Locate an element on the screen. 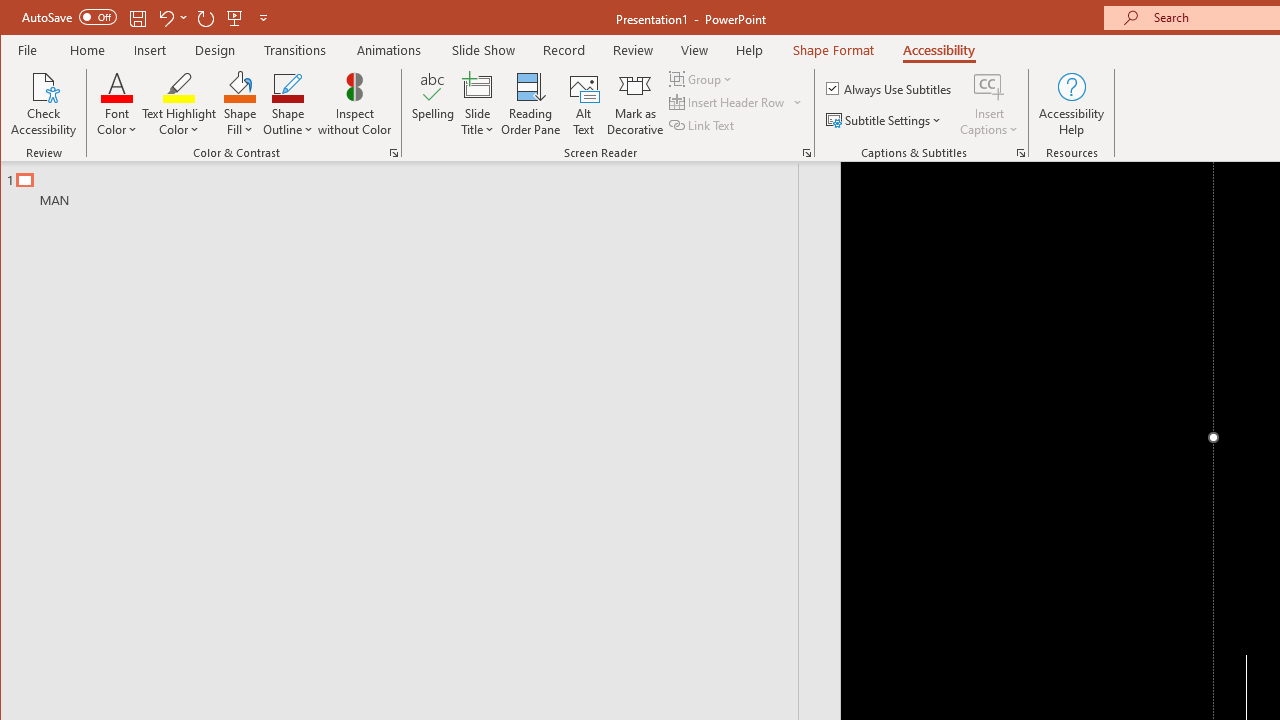 Image resolution: width=1280 pixels, height=720 pixels. 'Insert Header Row' is located at coordinates (735, 102).